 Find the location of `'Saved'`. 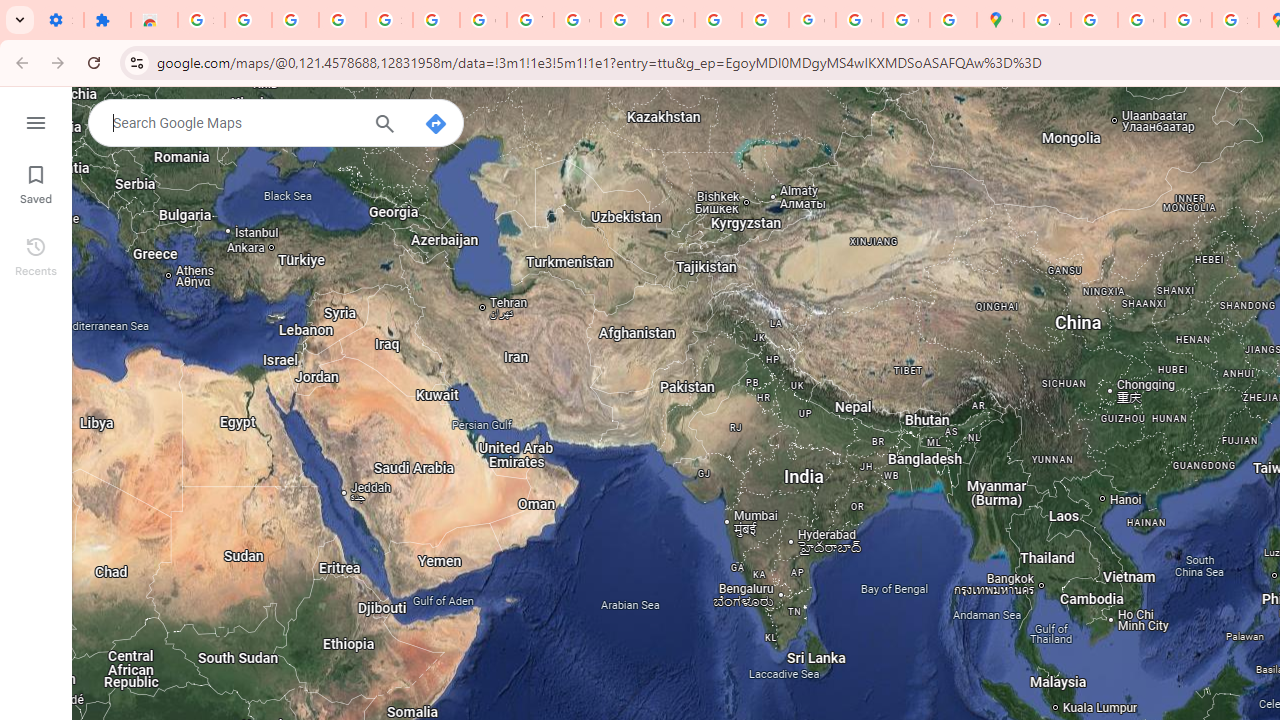

'Saved' is located at coordinates (35, 182).